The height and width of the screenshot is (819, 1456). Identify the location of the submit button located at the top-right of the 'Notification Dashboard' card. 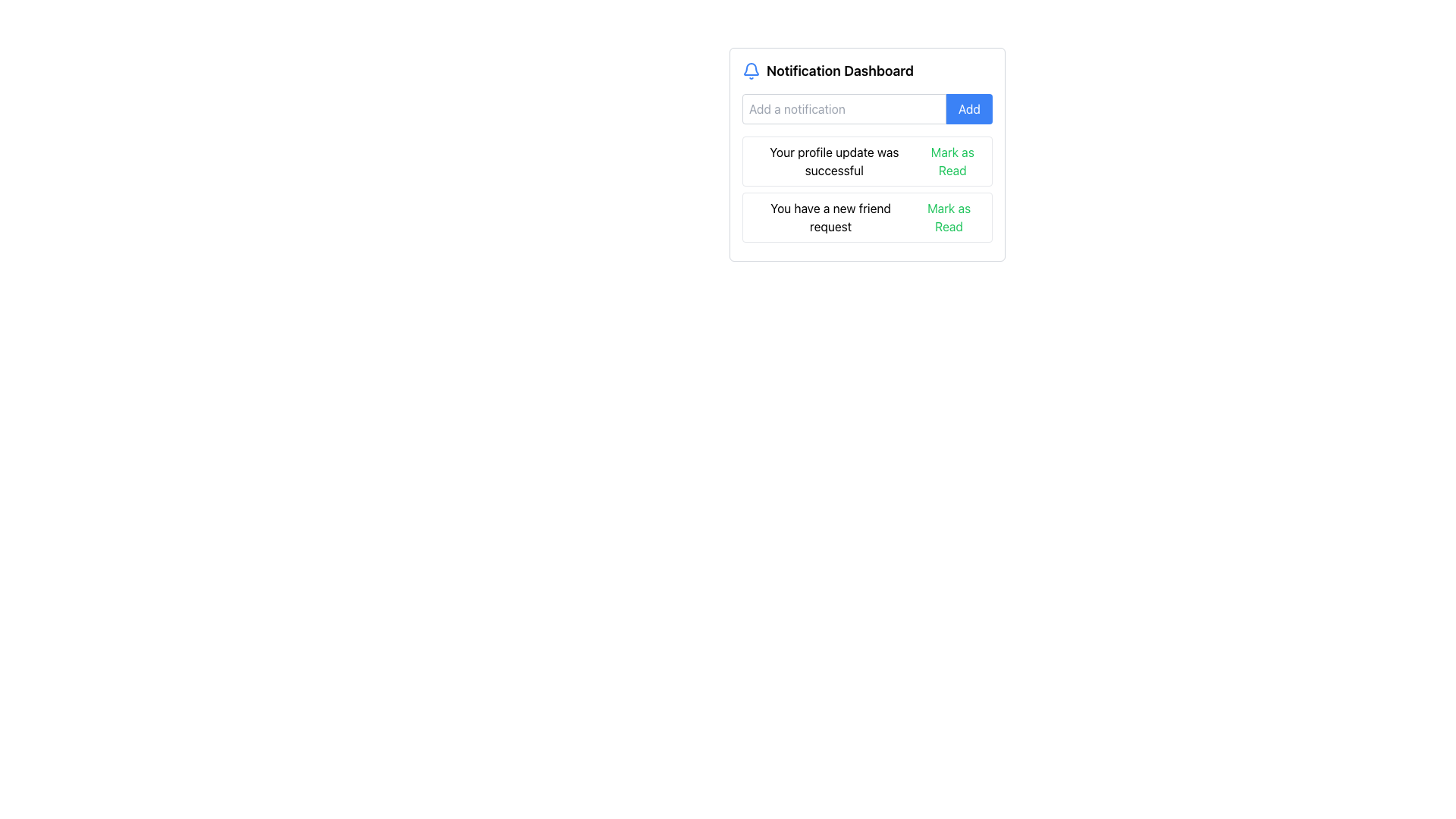
(968, 108).